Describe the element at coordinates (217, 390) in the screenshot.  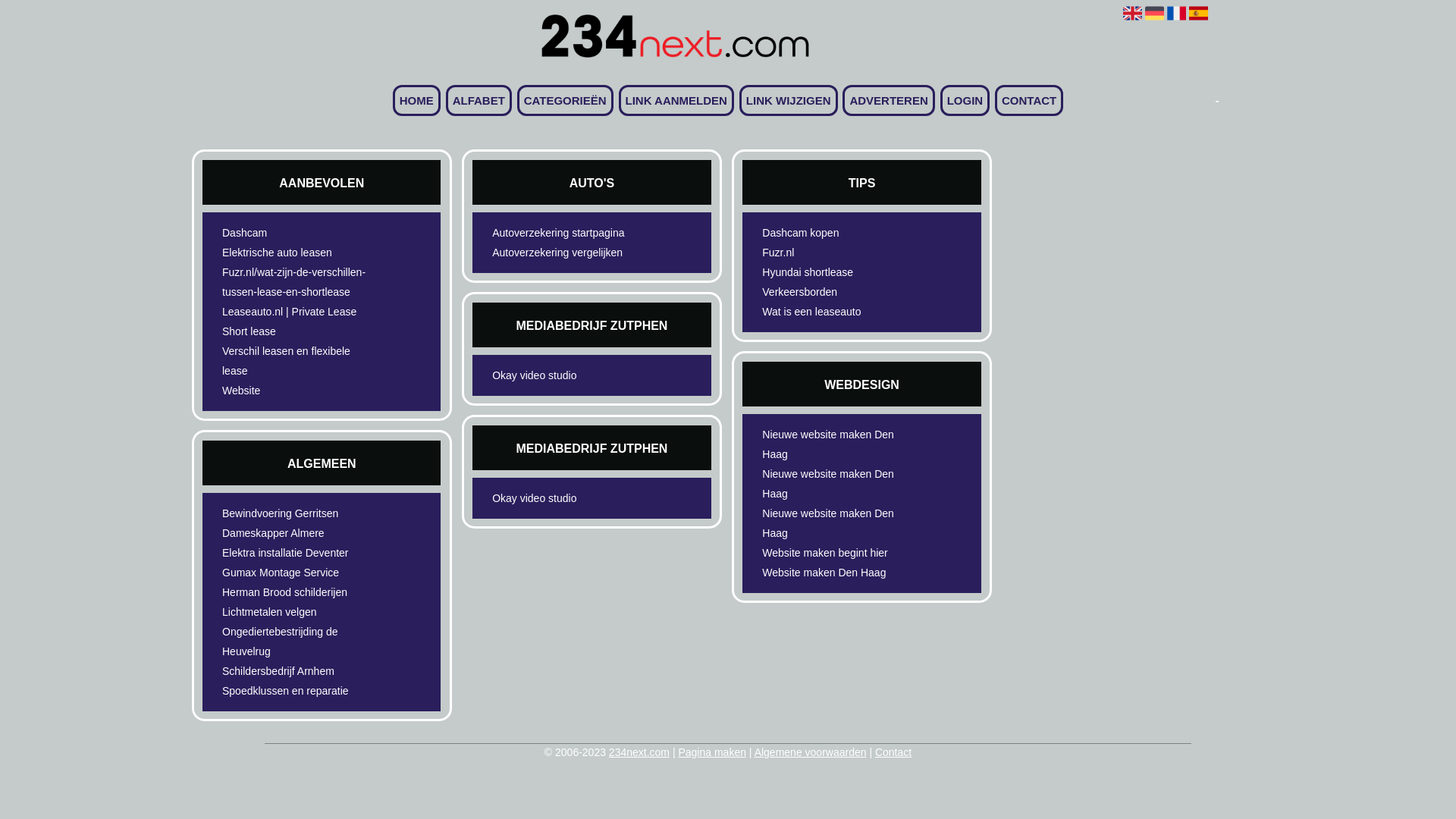
I see `'Website'` at that location.